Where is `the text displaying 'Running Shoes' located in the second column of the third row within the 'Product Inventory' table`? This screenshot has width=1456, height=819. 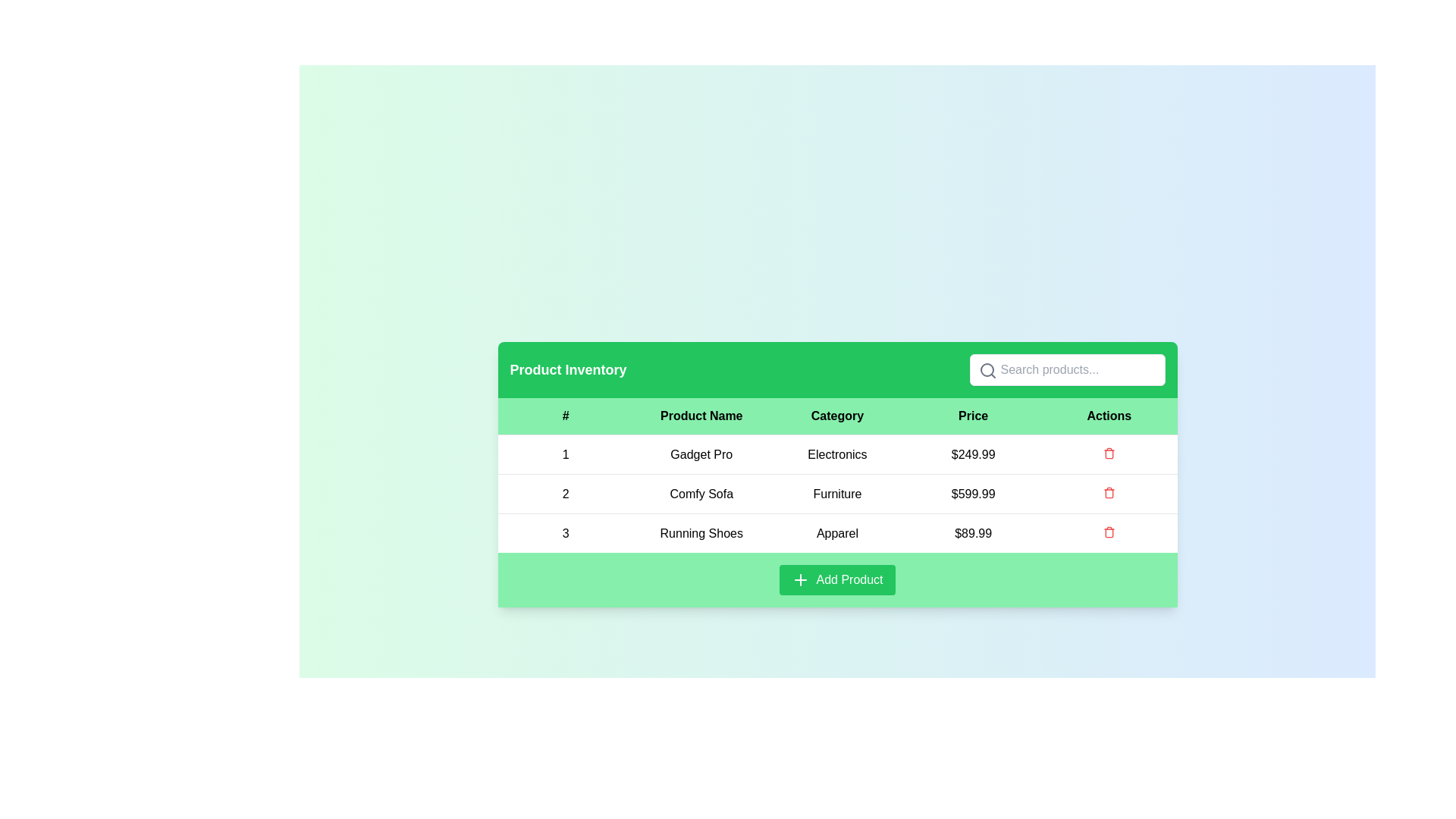
the text displaying 'Running Shoes' located in the second column of the third row within the 'Product Inventory' table is located at coordinates (701, 532).